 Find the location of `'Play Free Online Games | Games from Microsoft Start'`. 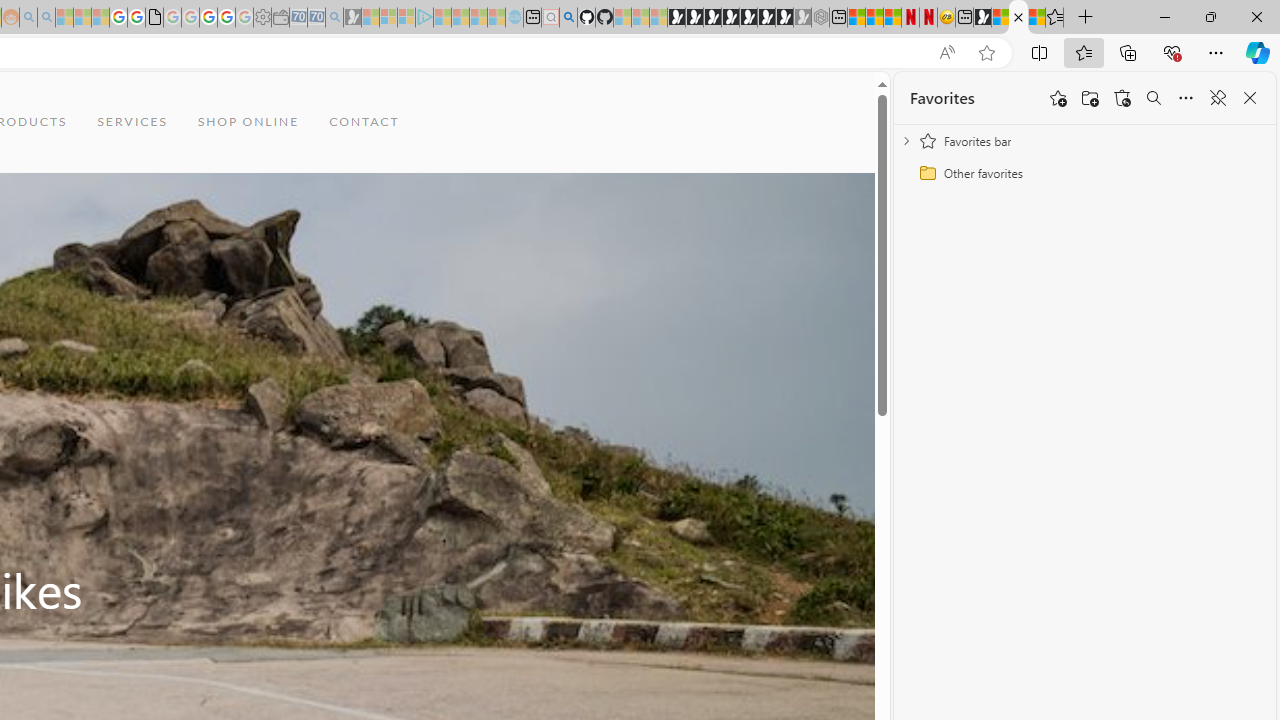

'Play Free Online Games | Games from Microsoft Start' is located at coordinates (676, 17).